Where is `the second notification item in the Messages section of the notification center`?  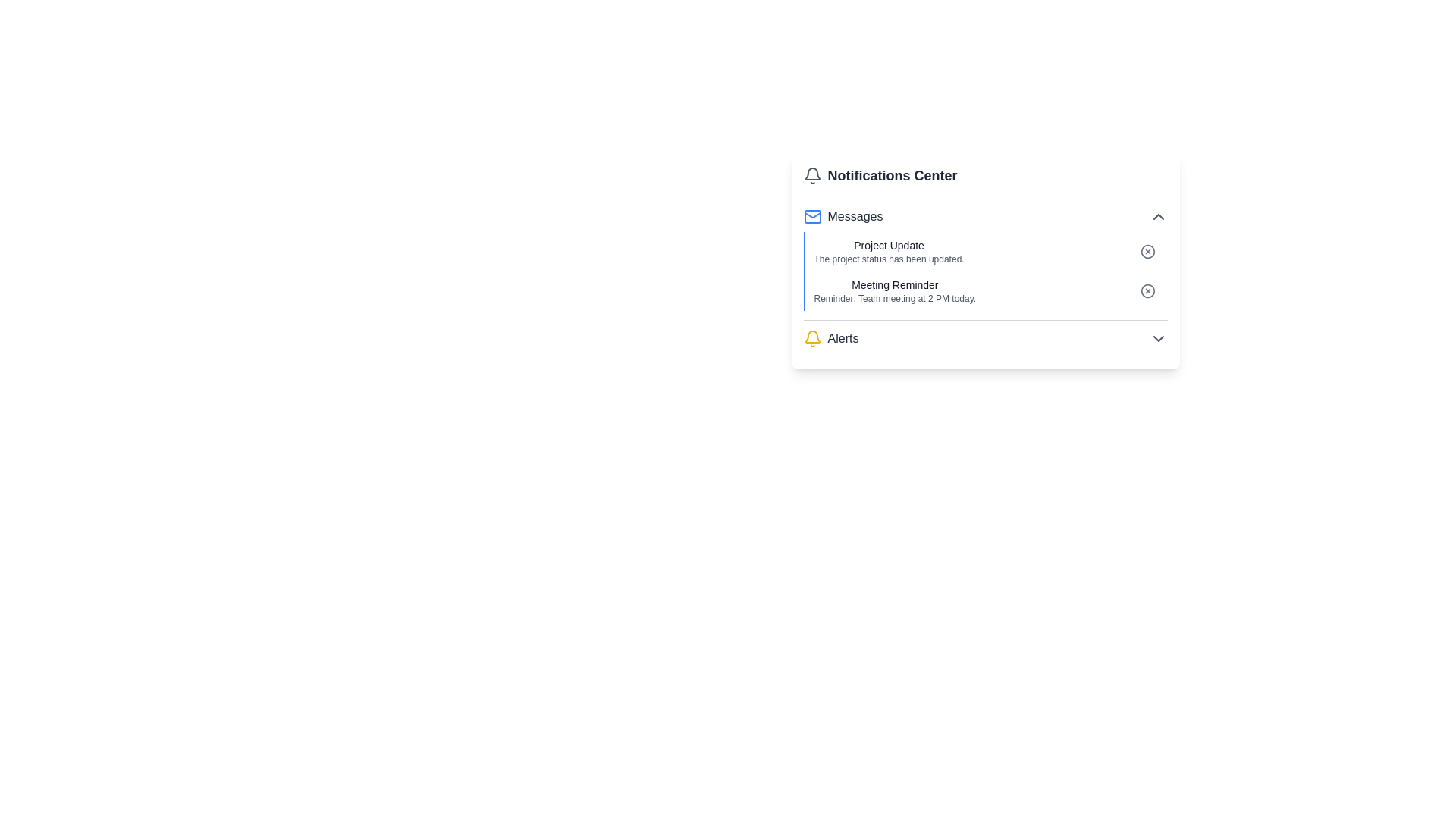
the second notification item in the Messages section of the notification center is located at coordinates (985, 291).